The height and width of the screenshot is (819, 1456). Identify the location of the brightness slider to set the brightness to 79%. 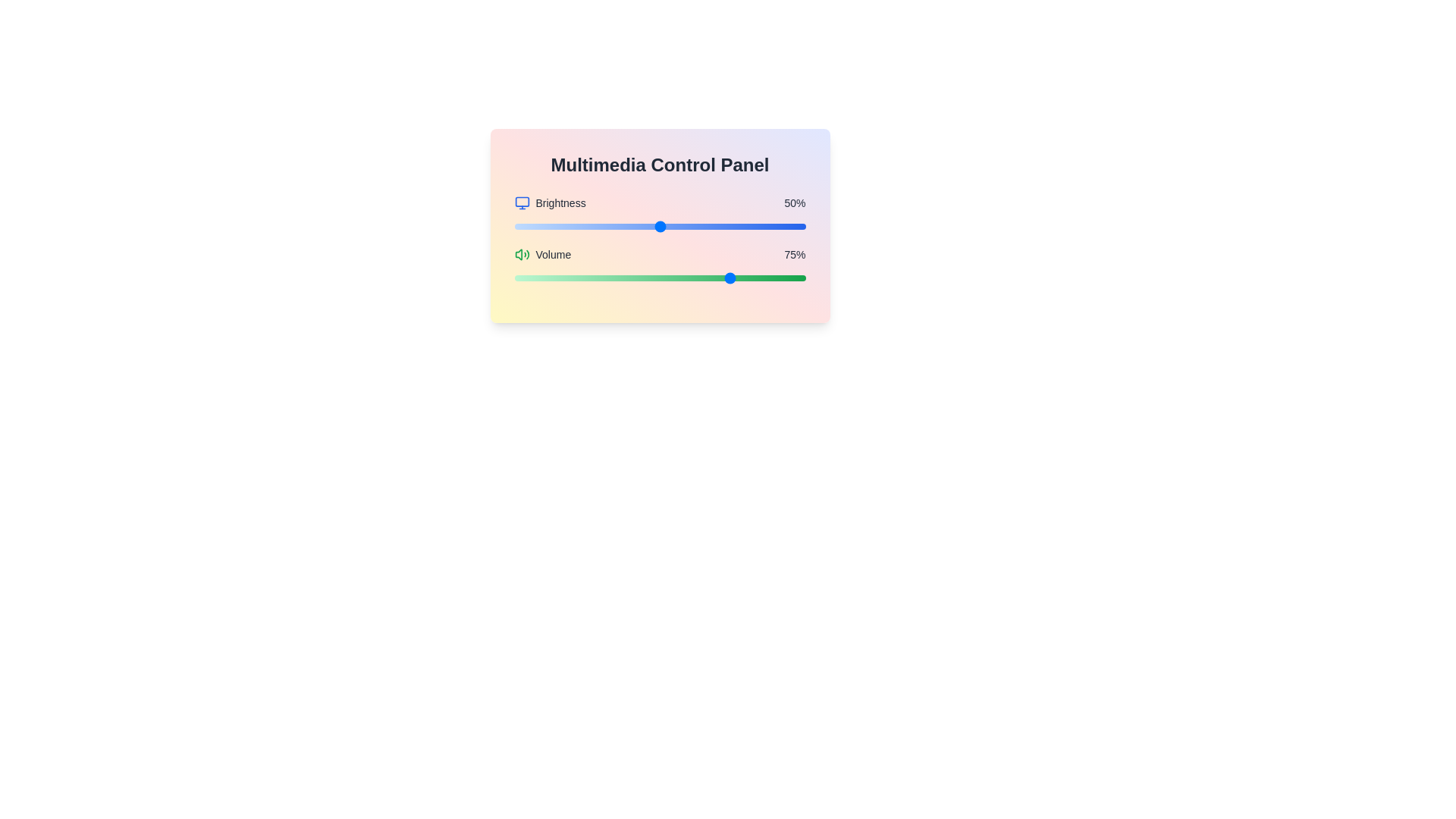
(744, 227).